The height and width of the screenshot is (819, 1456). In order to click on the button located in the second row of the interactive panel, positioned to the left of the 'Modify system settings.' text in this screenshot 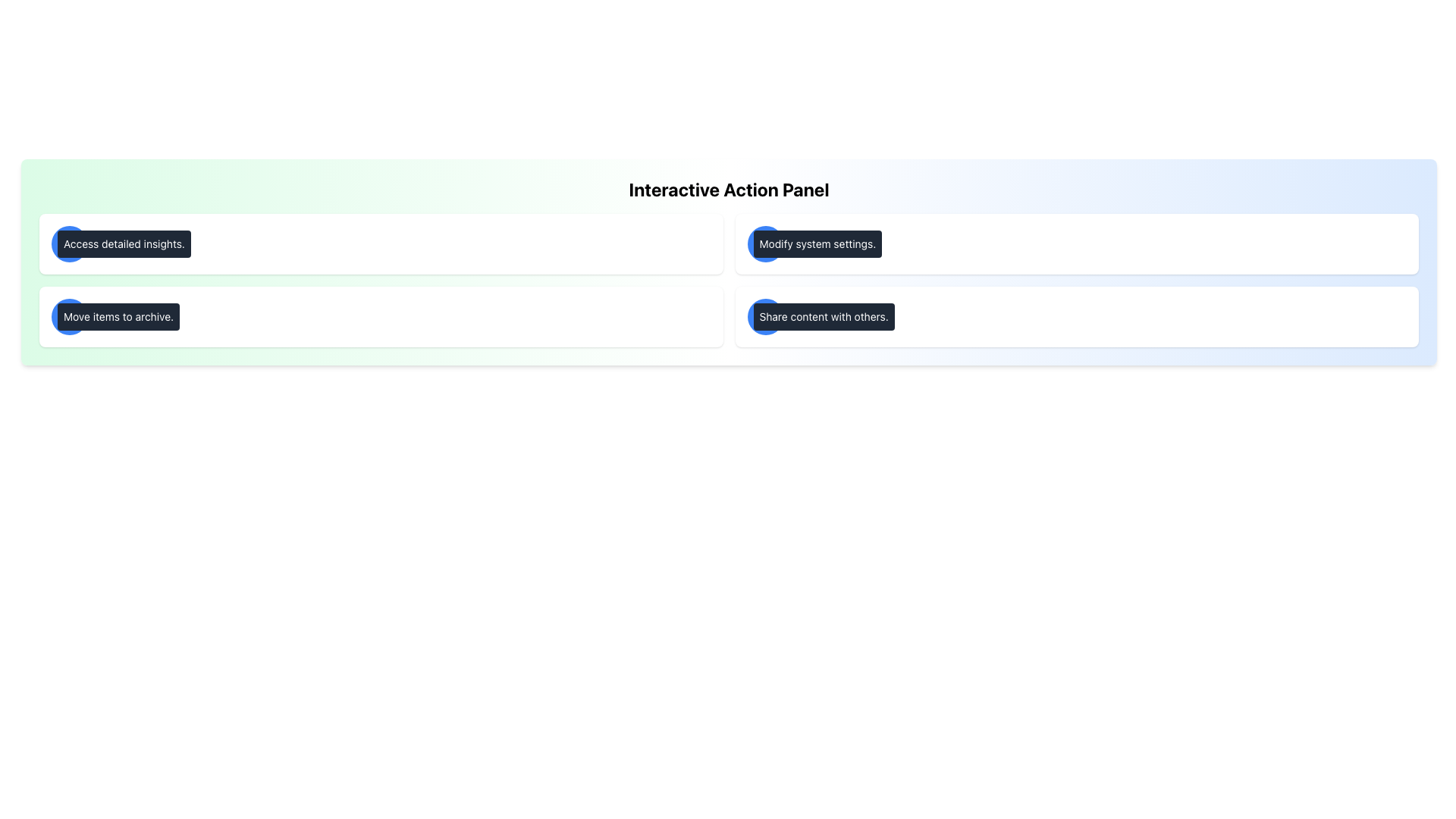, I will do `click(765, 243)`.